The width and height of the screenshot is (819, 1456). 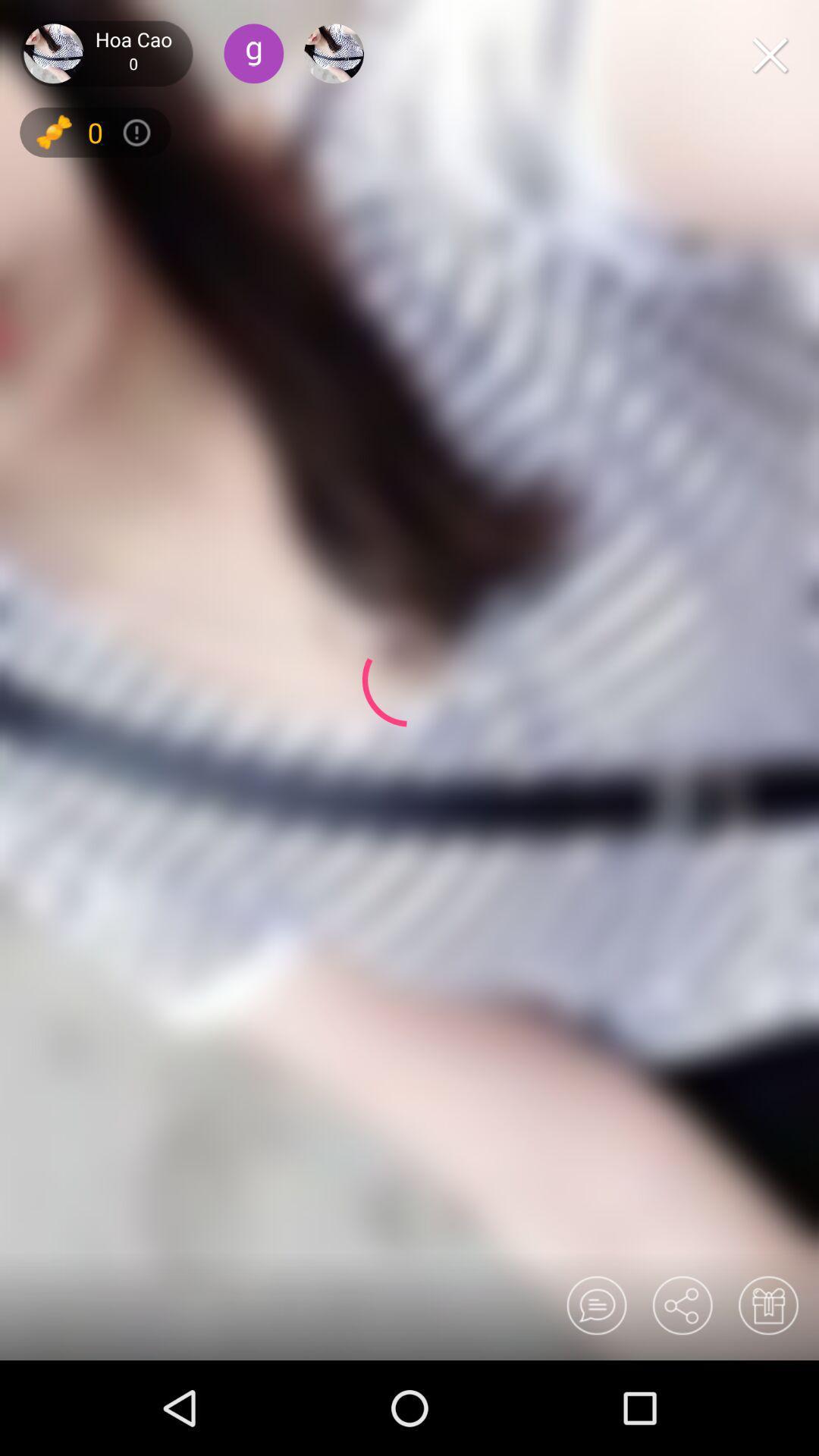 What do you see at coordinates (767, 1304) in the screenshot?
I see `the gift icon` at bounding box center [767, 1304].